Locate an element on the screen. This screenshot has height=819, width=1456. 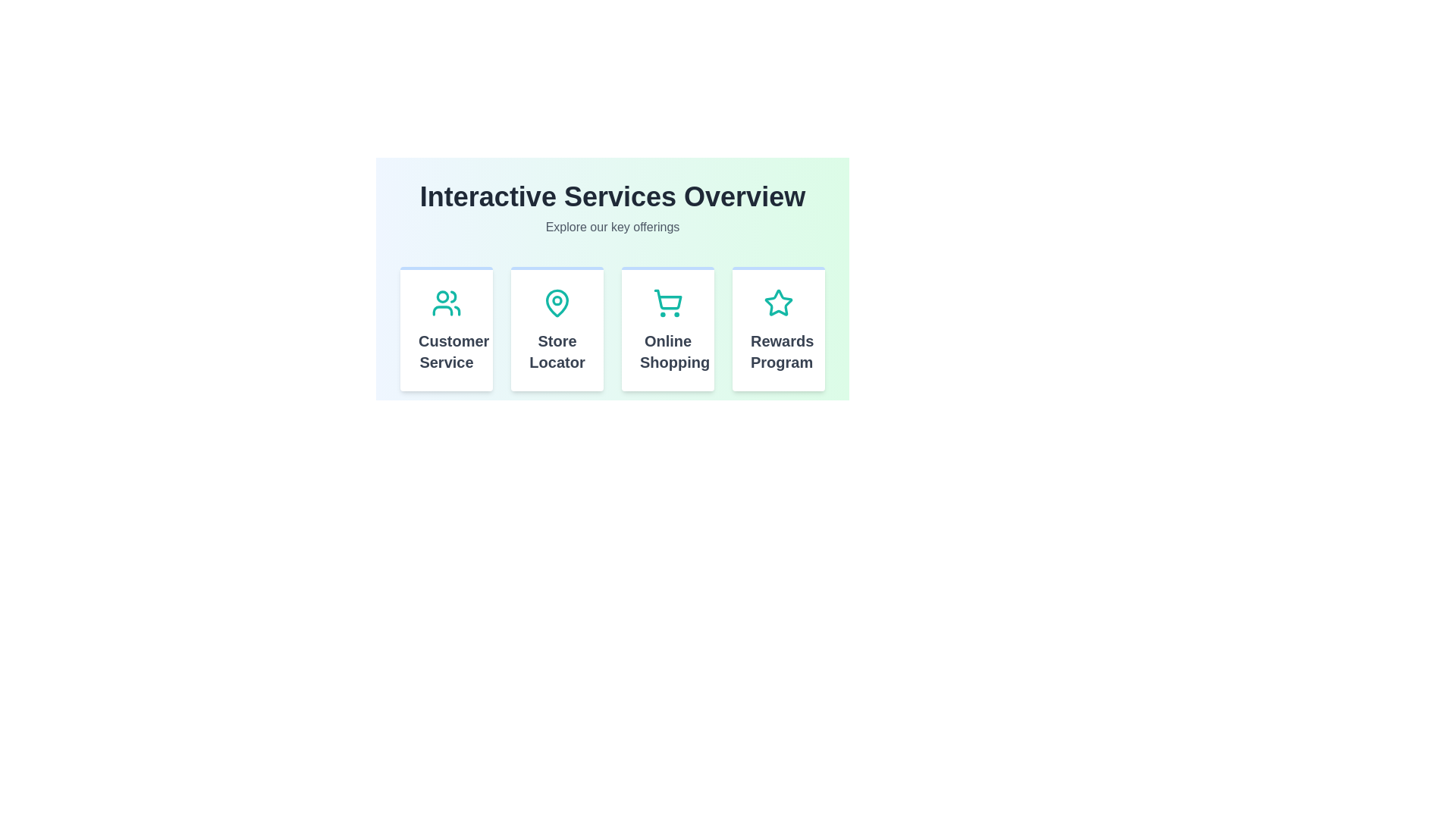
the teal shopping cart icon located centrally within the 'Online Shopping' card, which is the third card is located at coordinates (667, 303).